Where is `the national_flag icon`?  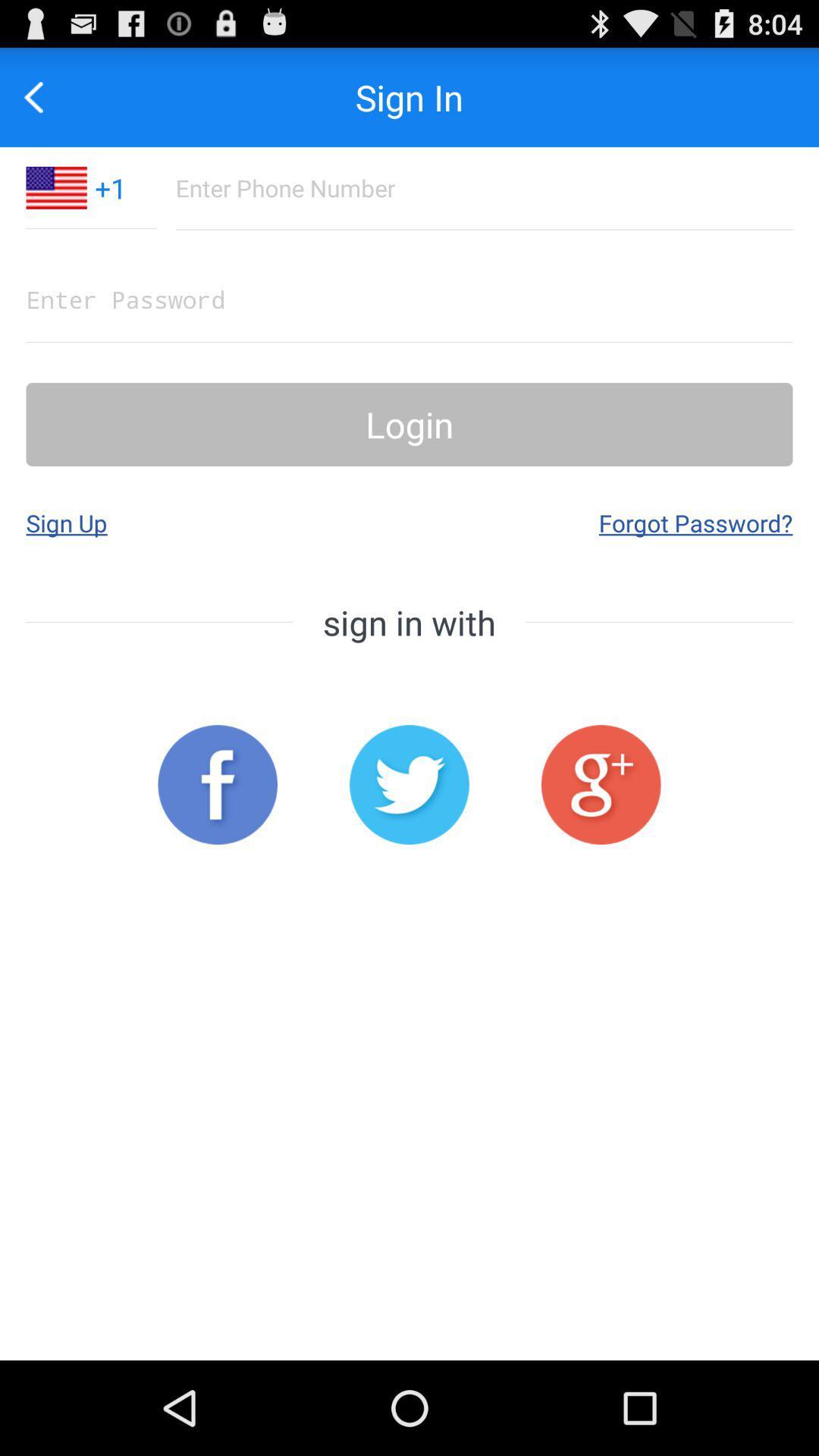 the national_flag icon is located at coordinates (55, 200).